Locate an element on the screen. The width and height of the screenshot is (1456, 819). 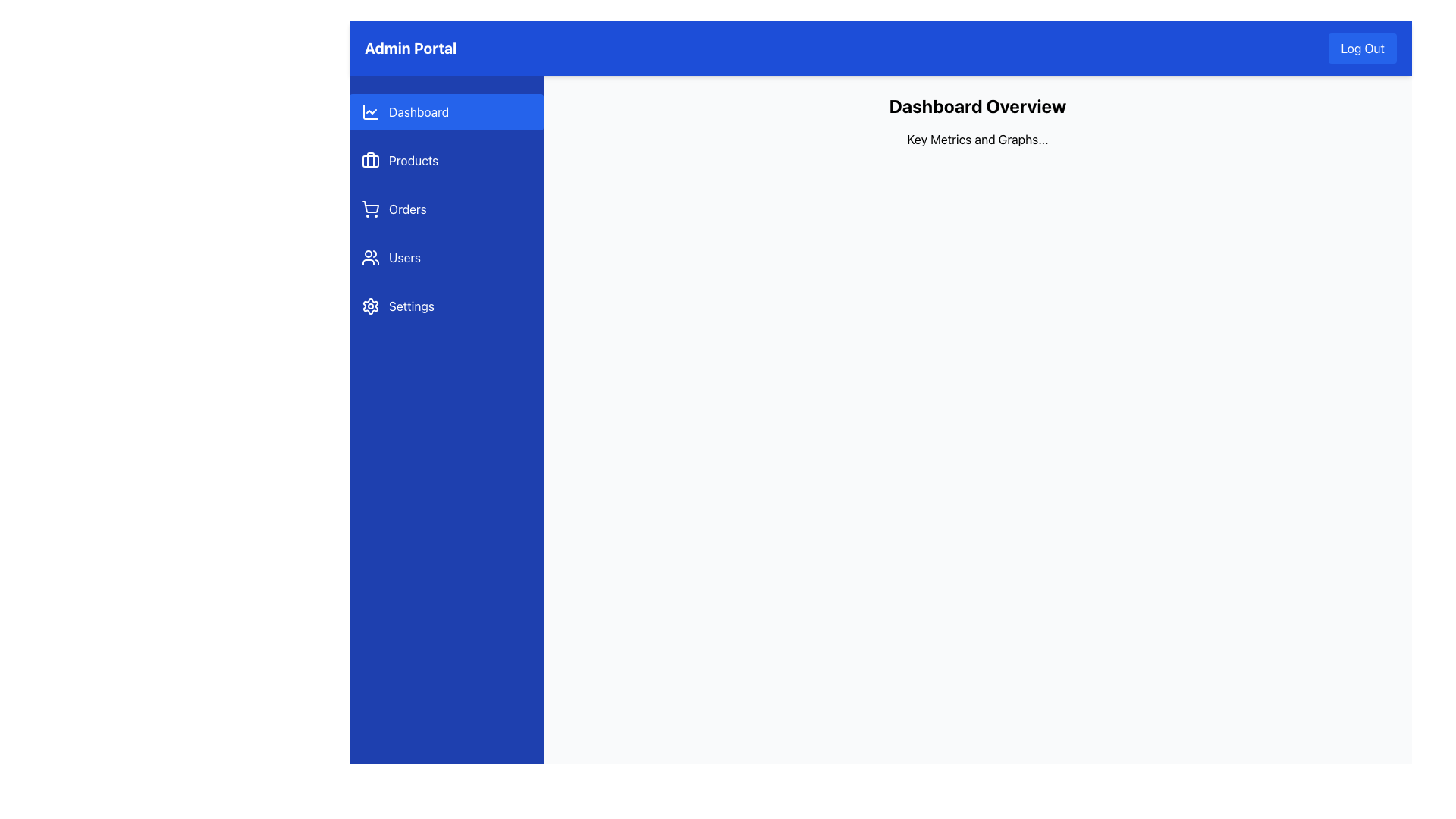
the Navigation Button located in the vertical menu, positioned below the 'Dashboard' item is located at coordinates (446, 161).